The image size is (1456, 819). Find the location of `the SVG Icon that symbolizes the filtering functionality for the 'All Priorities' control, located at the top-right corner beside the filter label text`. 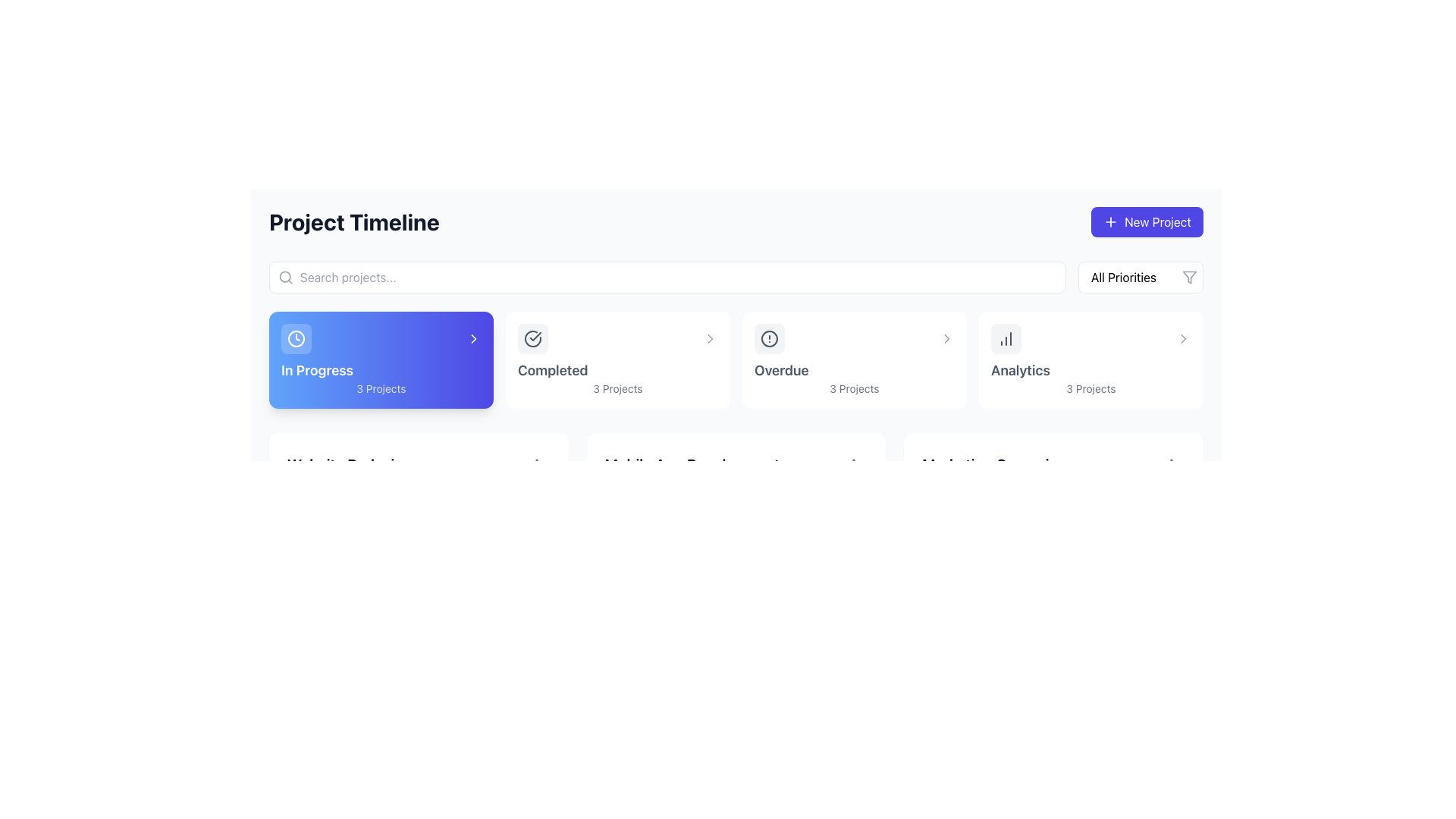

the SVG Icon that symbolizes the filtering functionality for the 'All Priorities' control, located at the top-right corner beside the filter label text is located at coordinates (1189, 278).